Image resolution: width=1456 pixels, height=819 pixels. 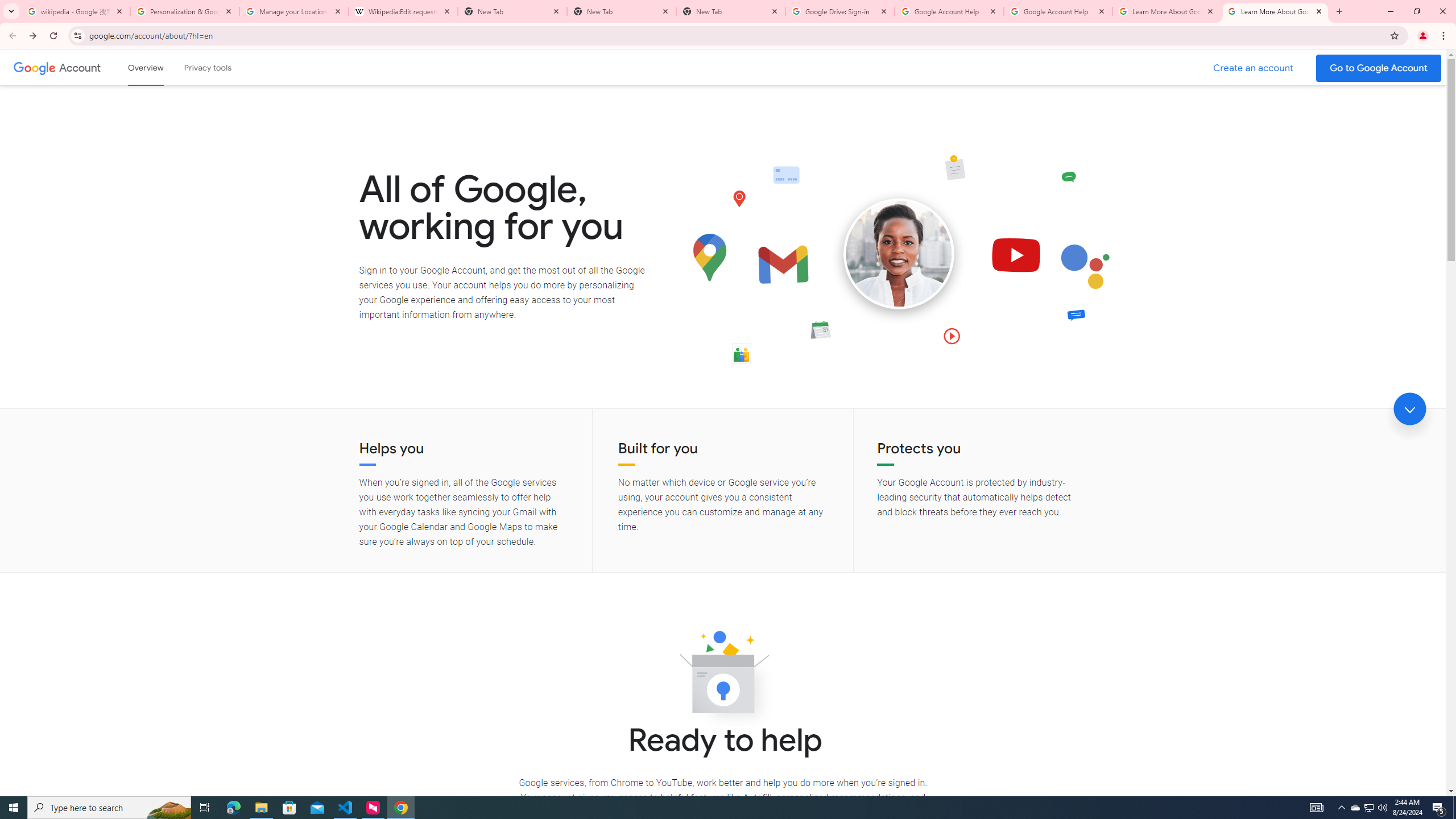 What do you see at coordinates (403, 11) in the screenshot?
I see `'Wikipedia:Edit requests - Wikipedia'` at bounding box center [403, 11].